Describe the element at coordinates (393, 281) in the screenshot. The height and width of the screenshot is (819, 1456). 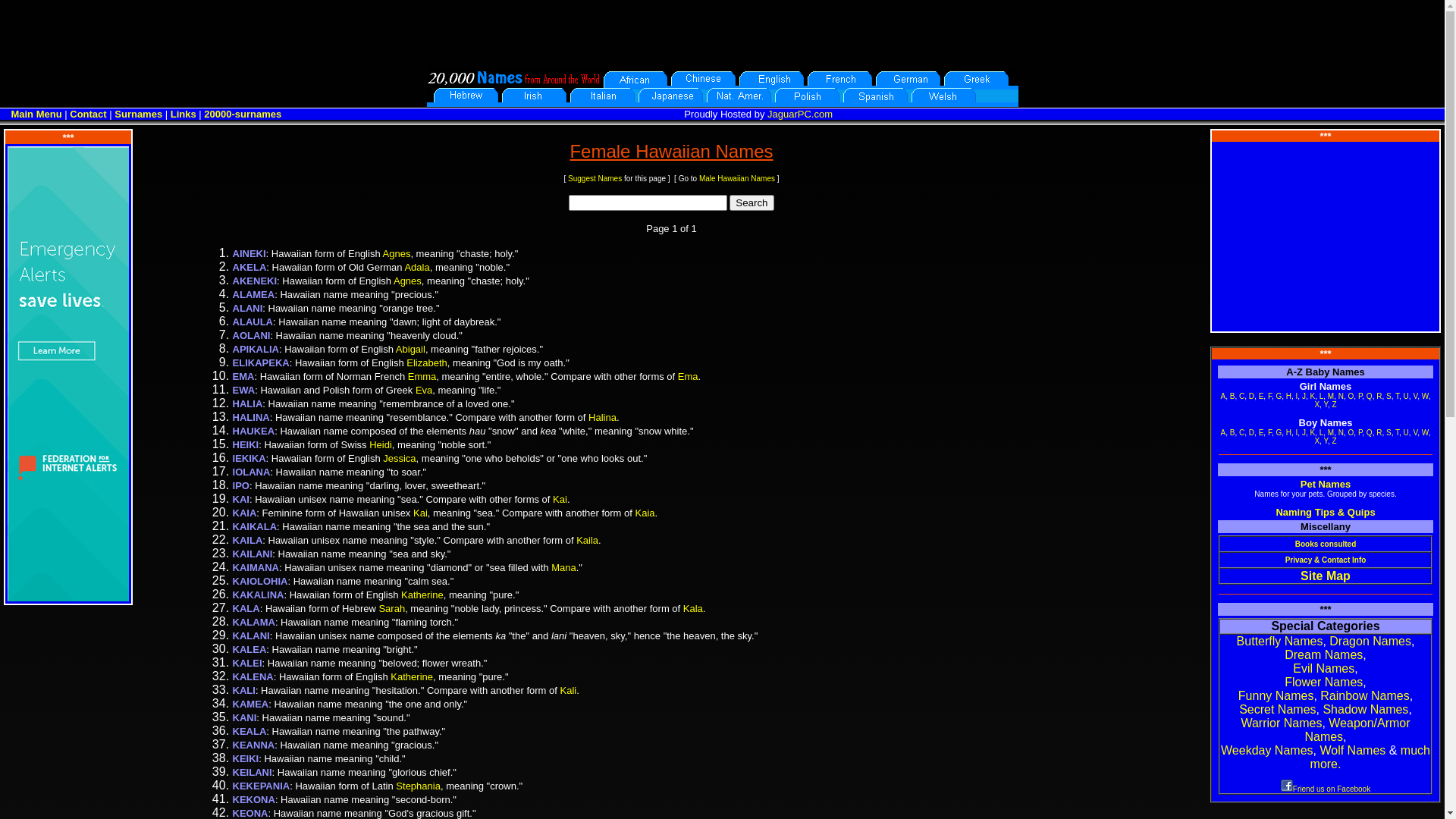
I see `'Agnes'` at that location.